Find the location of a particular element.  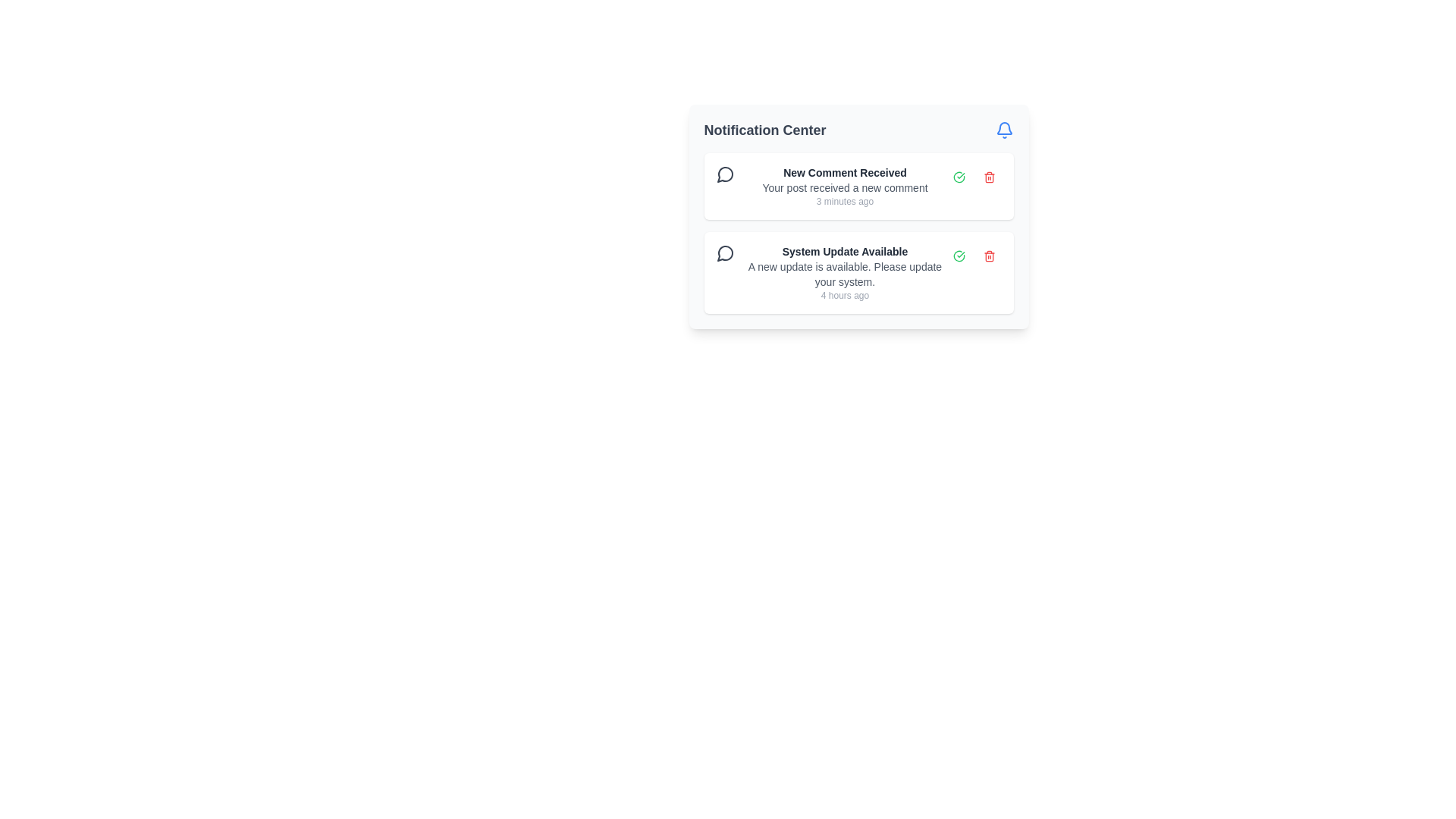

the notification icon indicating a new comment received, located in the top-left corner of the first notification entry is located at coordinates (724, 174).